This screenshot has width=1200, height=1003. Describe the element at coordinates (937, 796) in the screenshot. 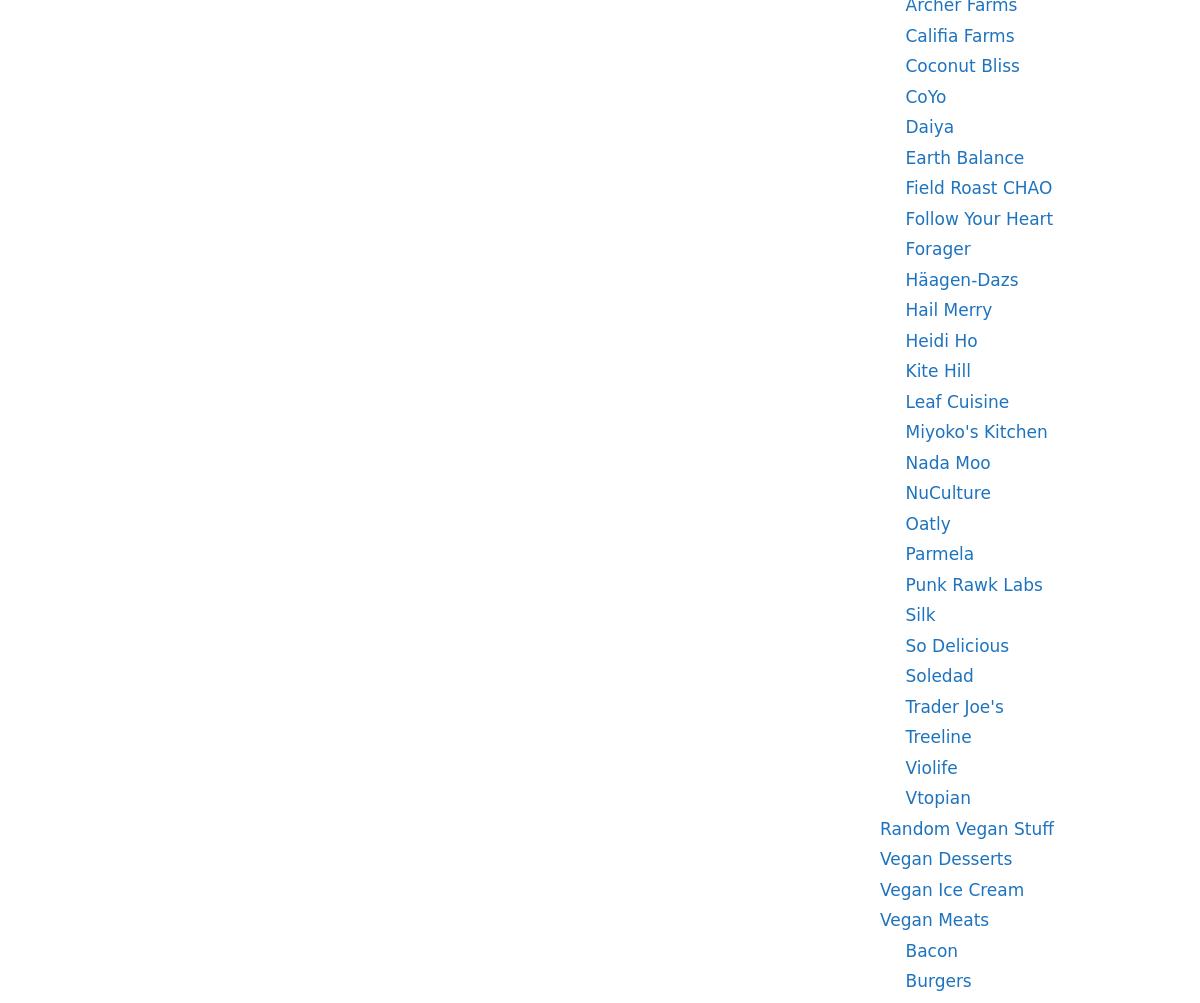

I see `'Vtopian'` at that location.